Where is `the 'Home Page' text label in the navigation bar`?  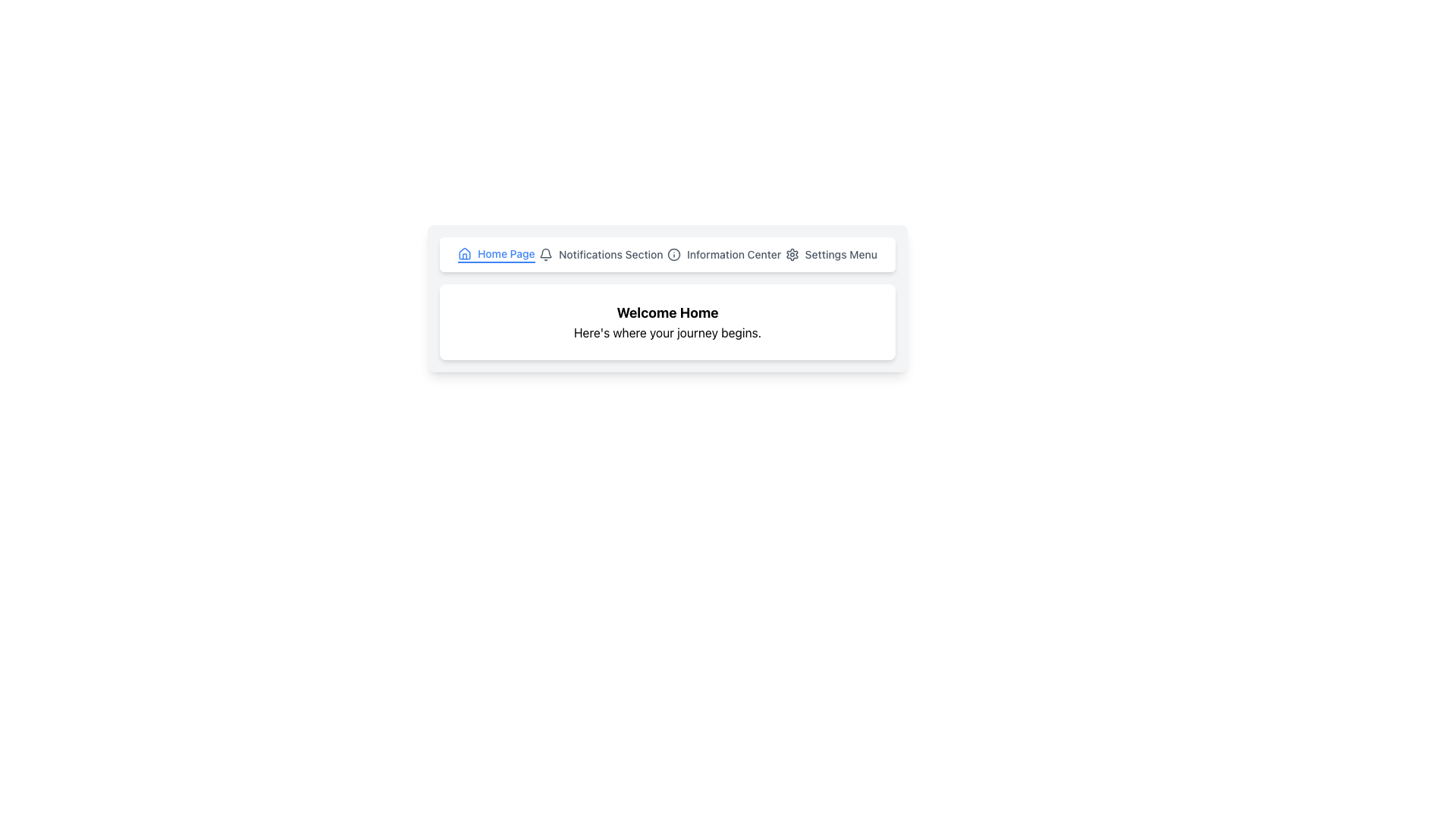 the 'Home Page' text label in the navigation bar is located at coordinates (506, 253).